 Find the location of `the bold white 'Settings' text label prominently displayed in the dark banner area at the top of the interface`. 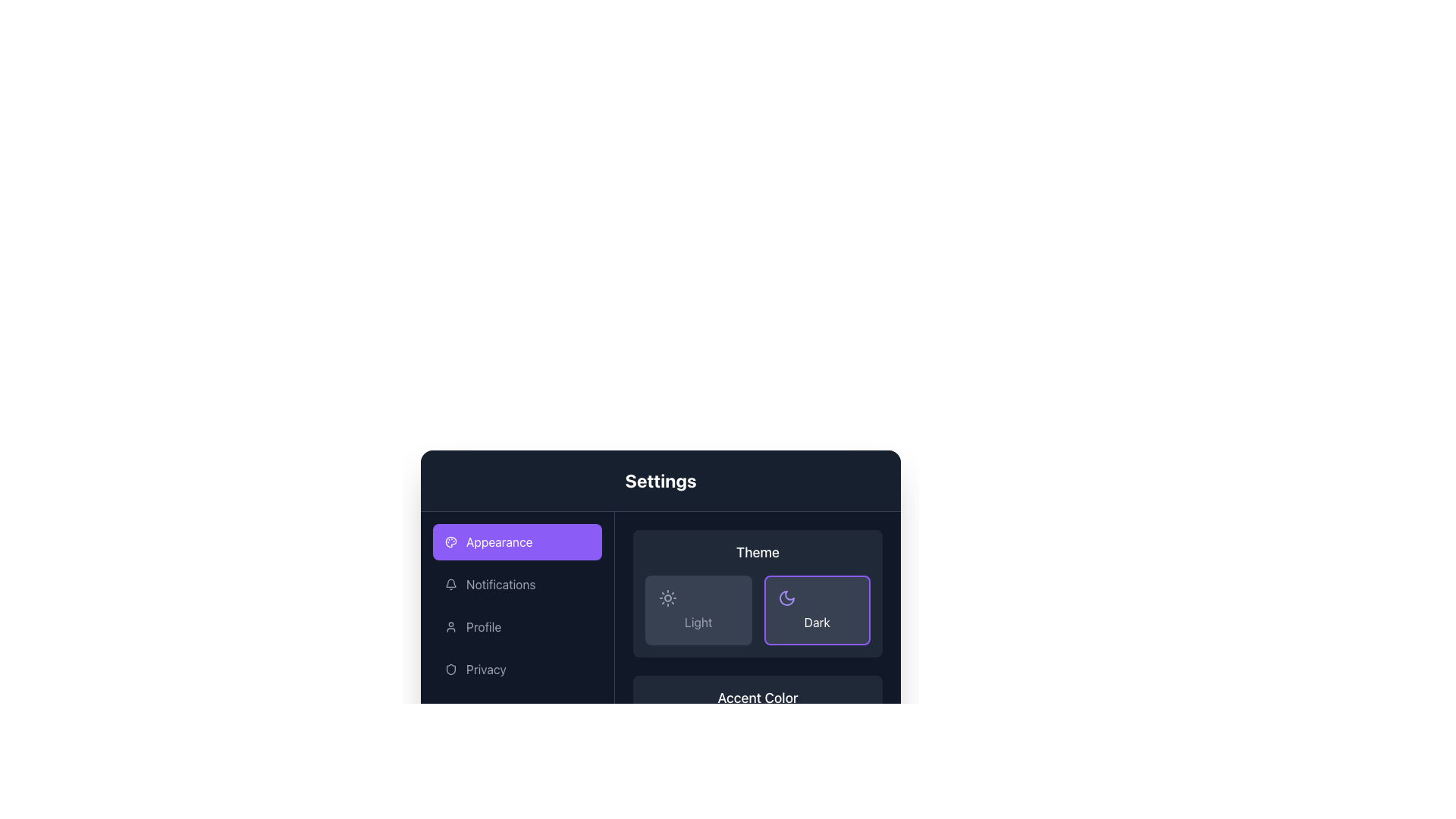

the bold white 'Settings' text label prominently displayed in the dark banner area at the top of the interface is located at coordinates (661, 480).